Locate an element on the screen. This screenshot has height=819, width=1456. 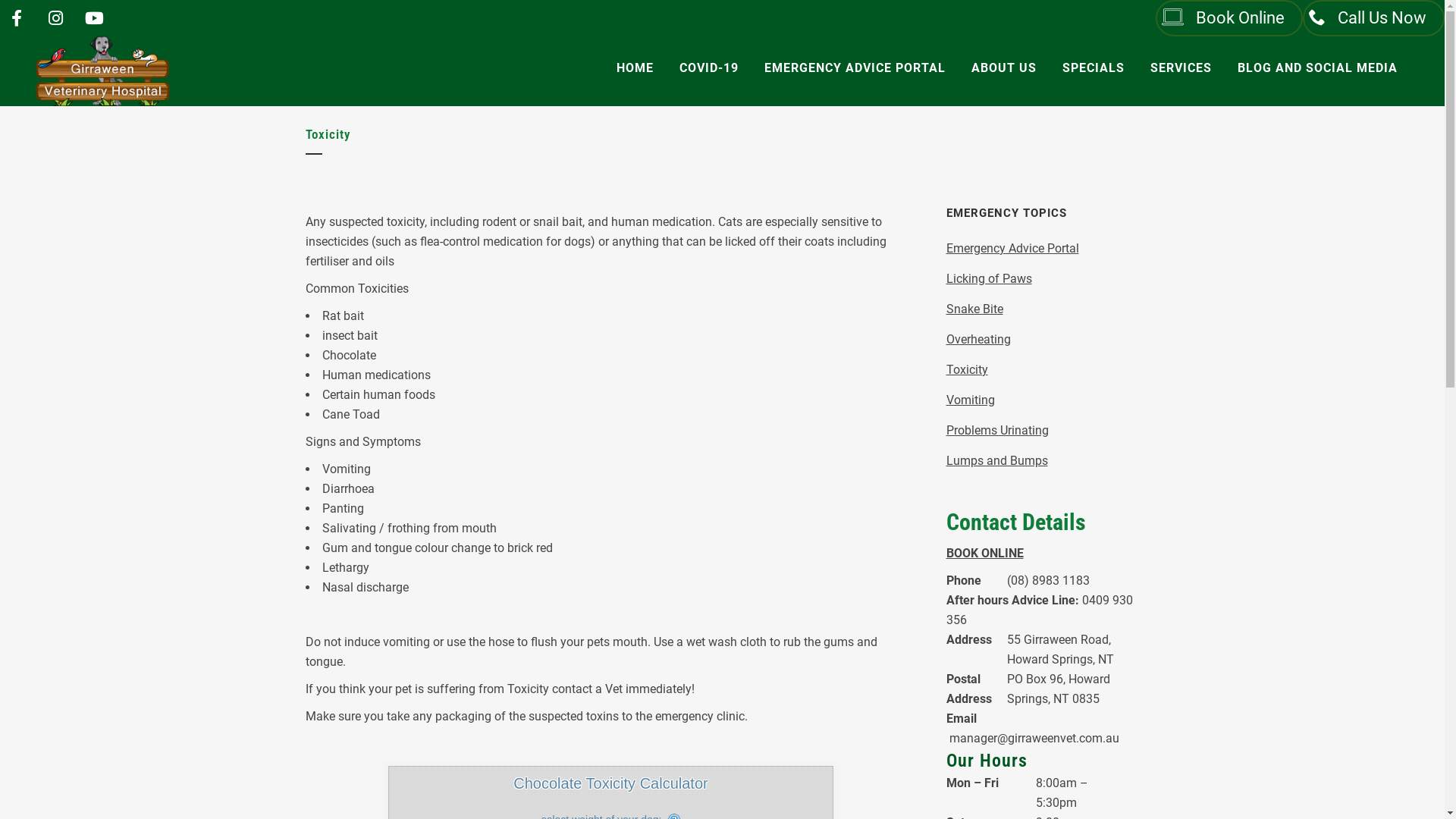
'Problems Urinating' is located at coordinates (946, 430).